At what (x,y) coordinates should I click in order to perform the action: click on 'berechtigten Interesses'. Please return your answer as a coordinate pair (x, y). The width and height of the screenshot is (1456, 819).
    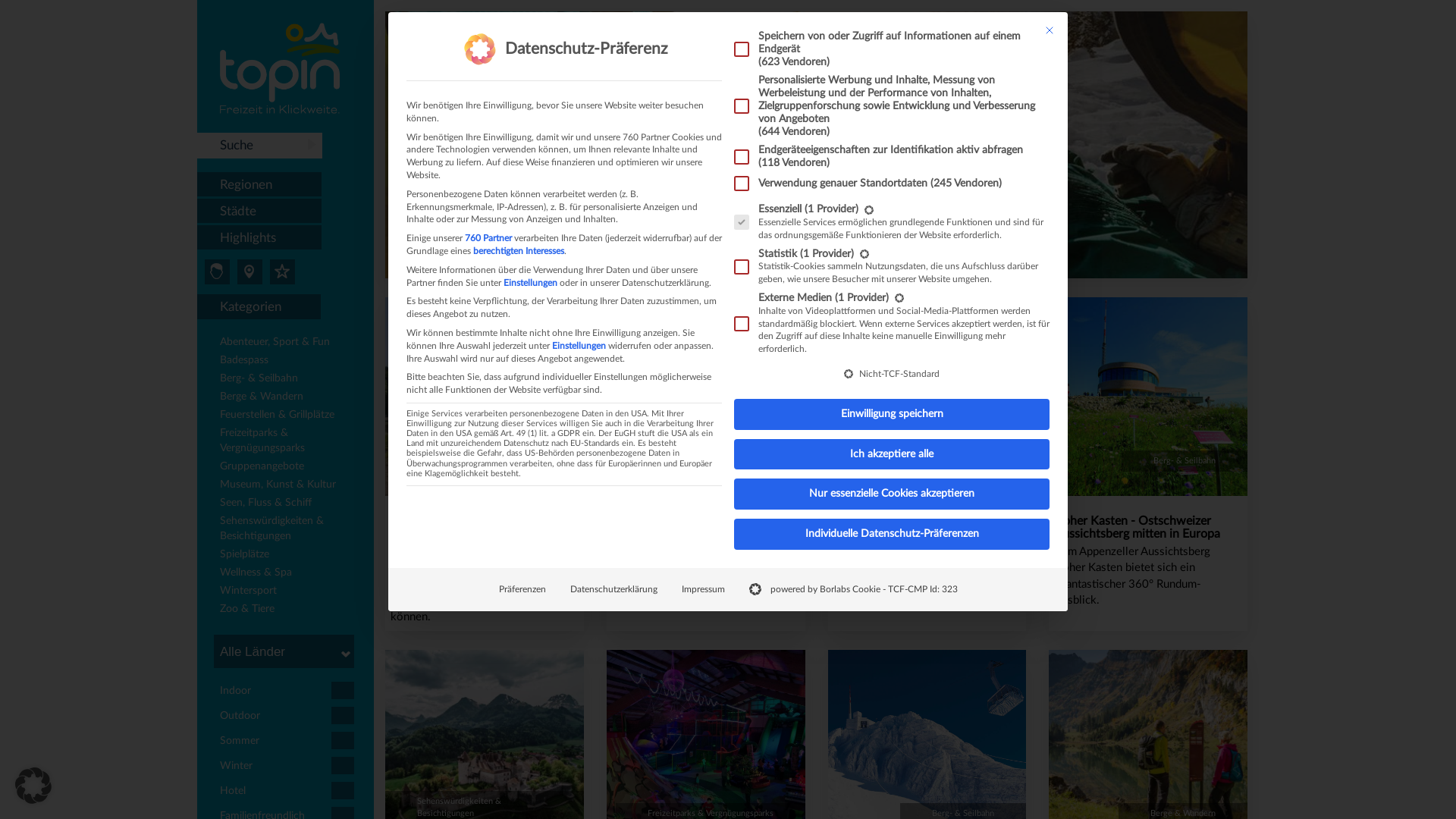
    Looking at the image, I should click on (519, 250).